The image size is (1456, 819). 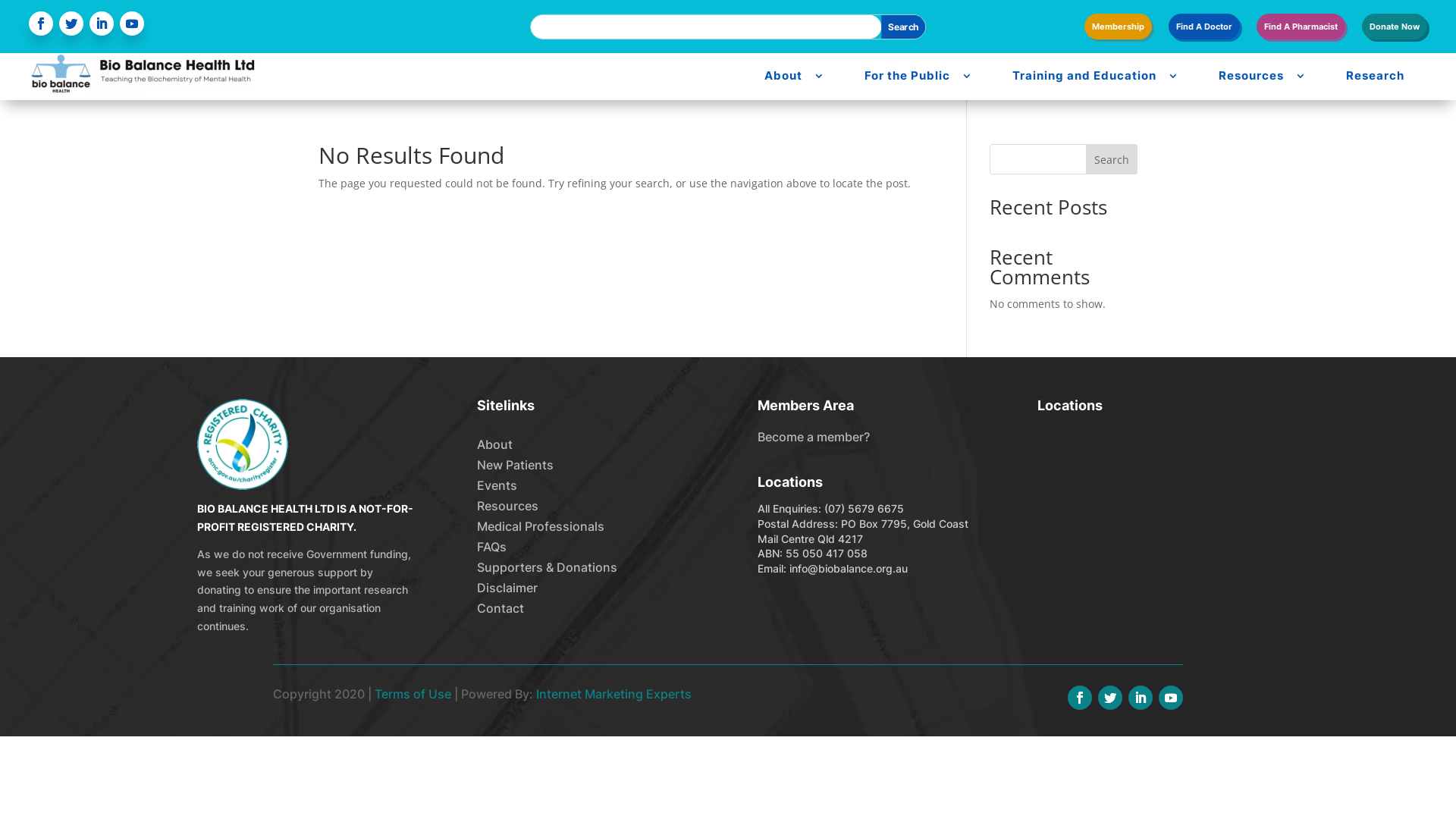 I want to click on 'charity', so click(x=243, y=444).